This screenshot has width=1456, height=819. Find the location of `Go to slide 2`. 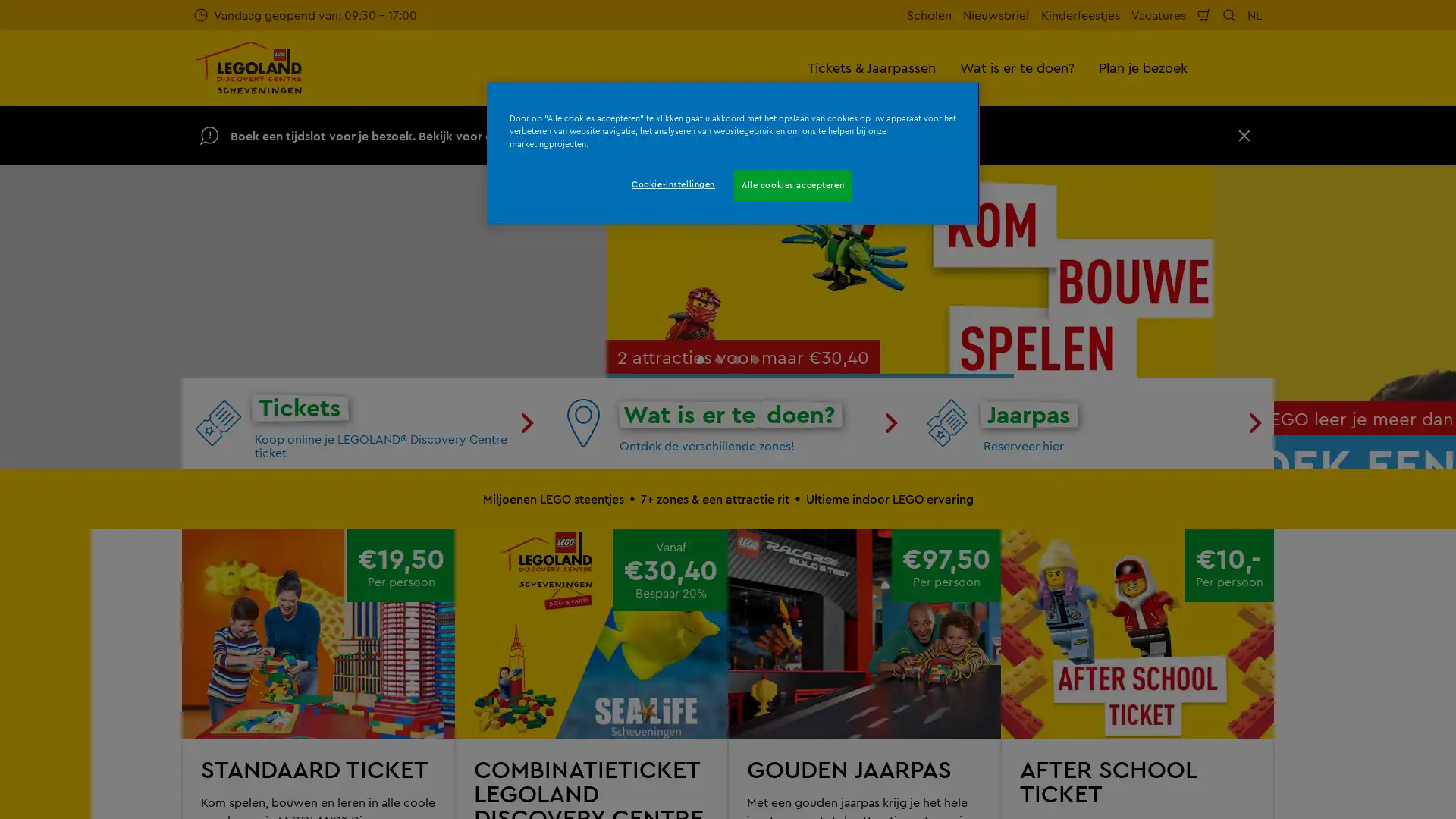

Go to slide 2 is located at coordinates (718, 646).